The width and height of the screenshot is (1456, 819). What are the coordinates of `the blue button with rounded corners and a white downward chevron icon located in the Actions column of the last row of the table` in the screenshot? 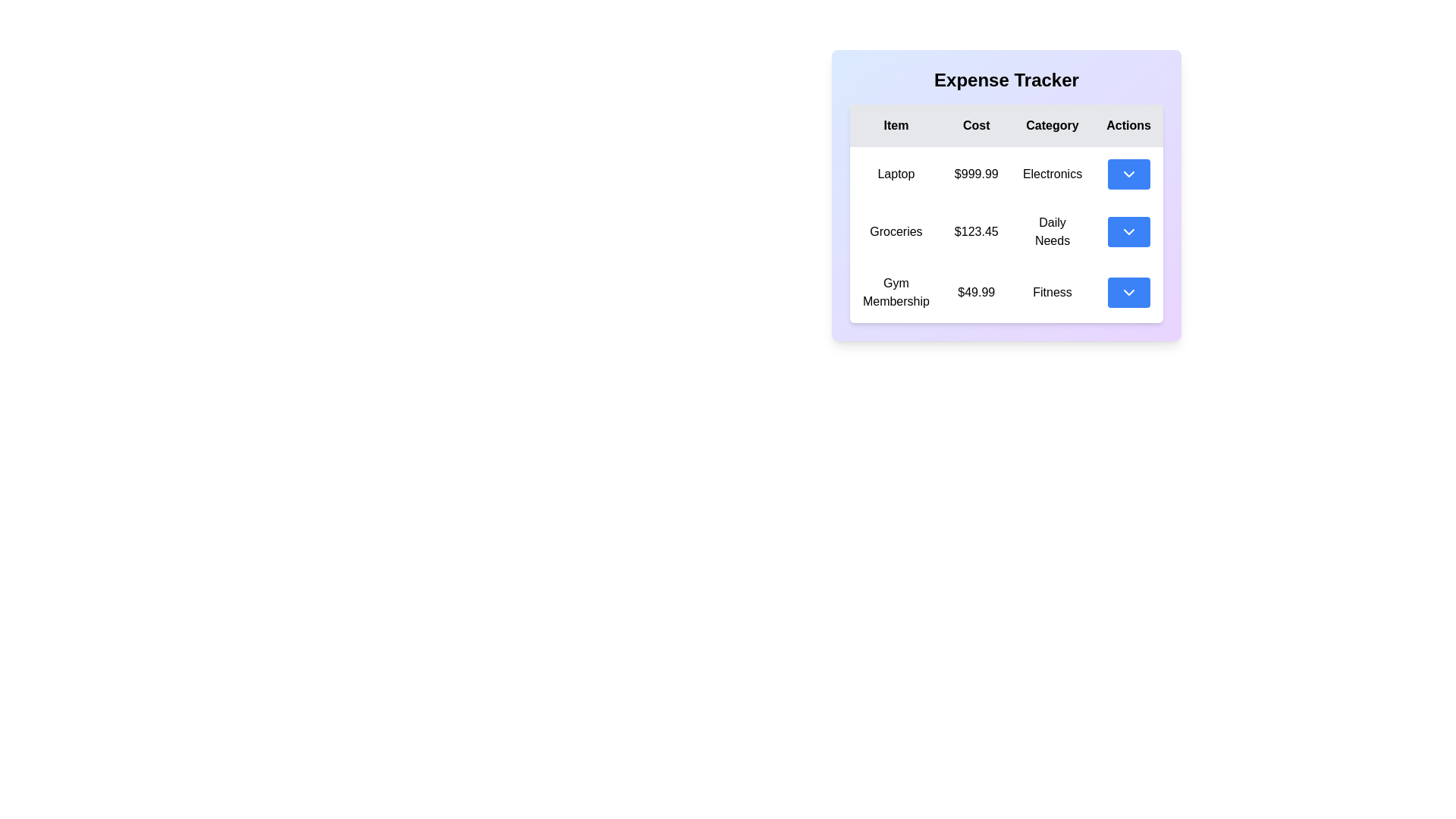 It's located at (1128, 292).